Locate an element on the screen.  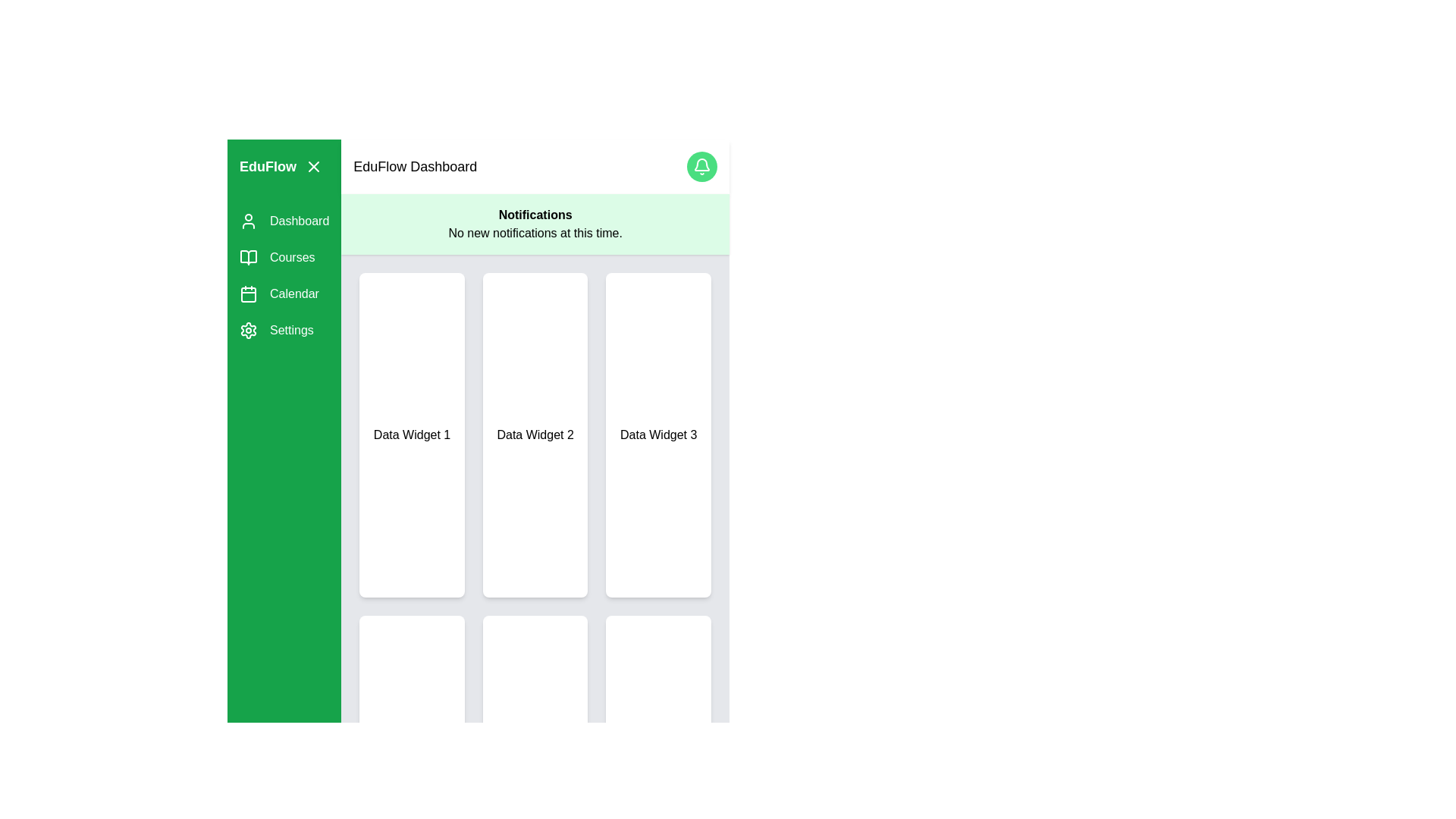
the circular gear-shaped icon with a green background and white details located next to the text 'Settings' to enter the settings menu is located at coordinates (248, 329).